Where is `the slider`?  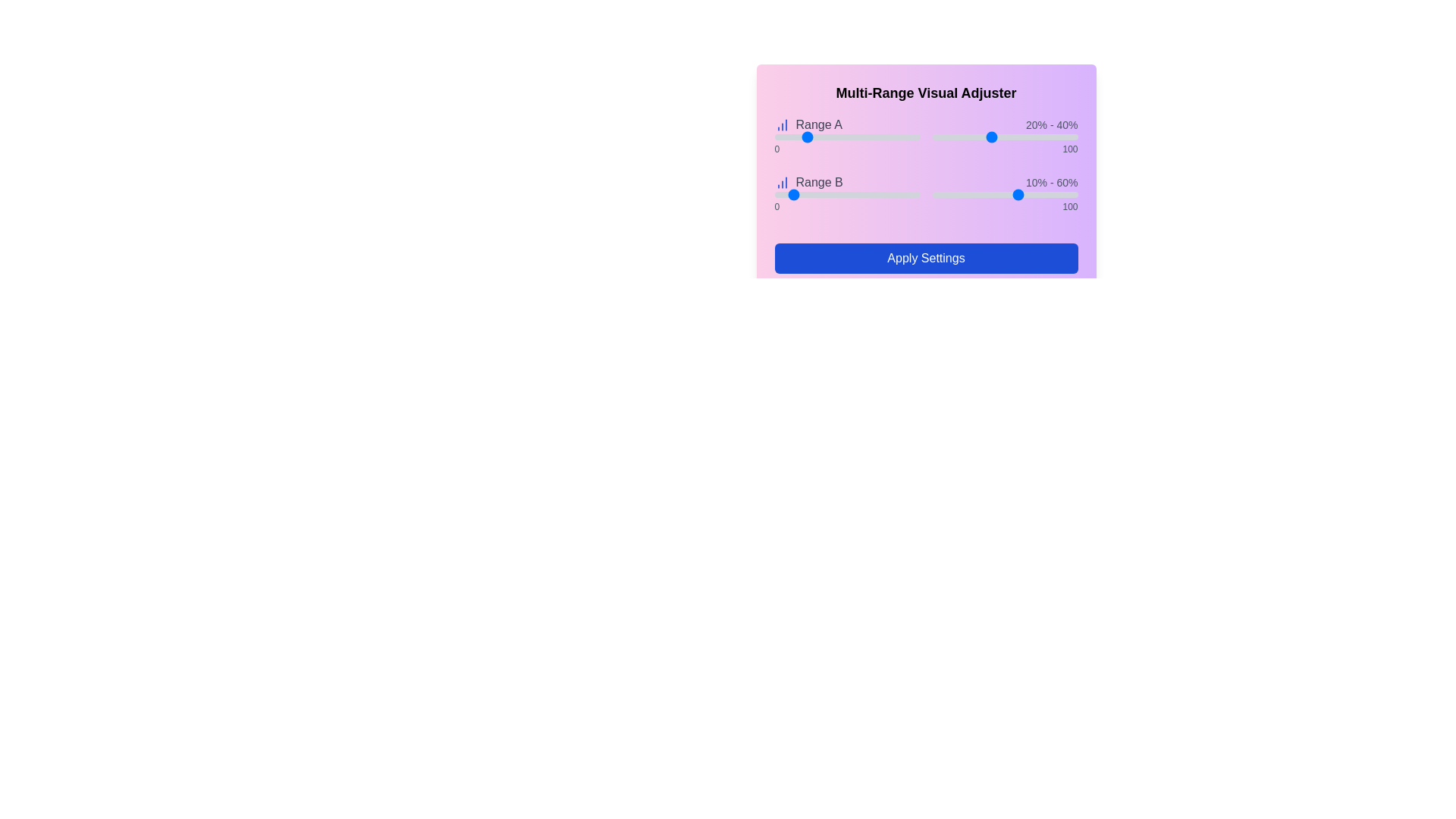 the slider is located at coordinates (1006, 137).